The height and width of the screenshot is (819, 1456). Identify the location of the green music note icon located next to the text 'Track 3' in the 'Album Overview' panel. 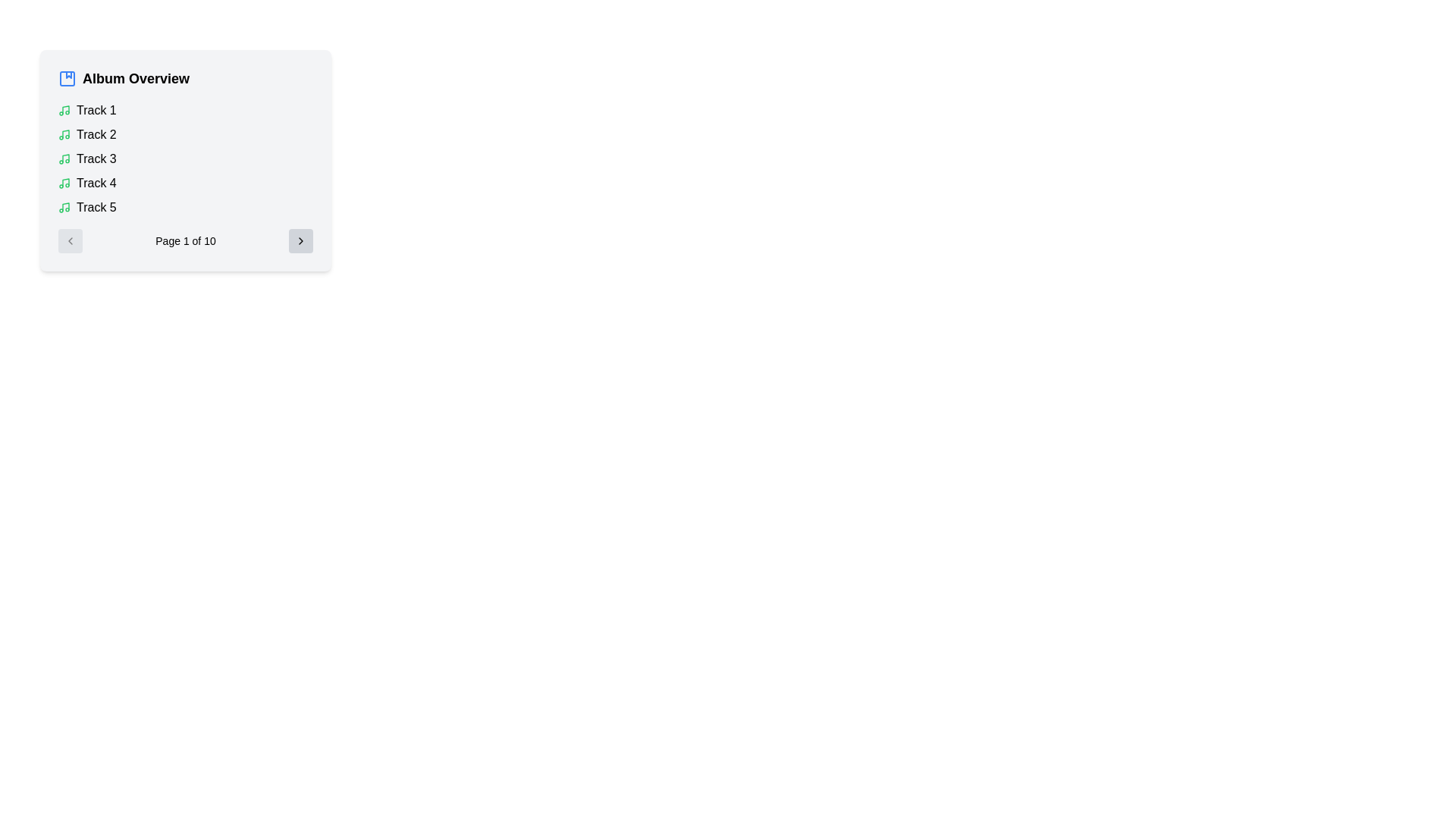
(64, 158).